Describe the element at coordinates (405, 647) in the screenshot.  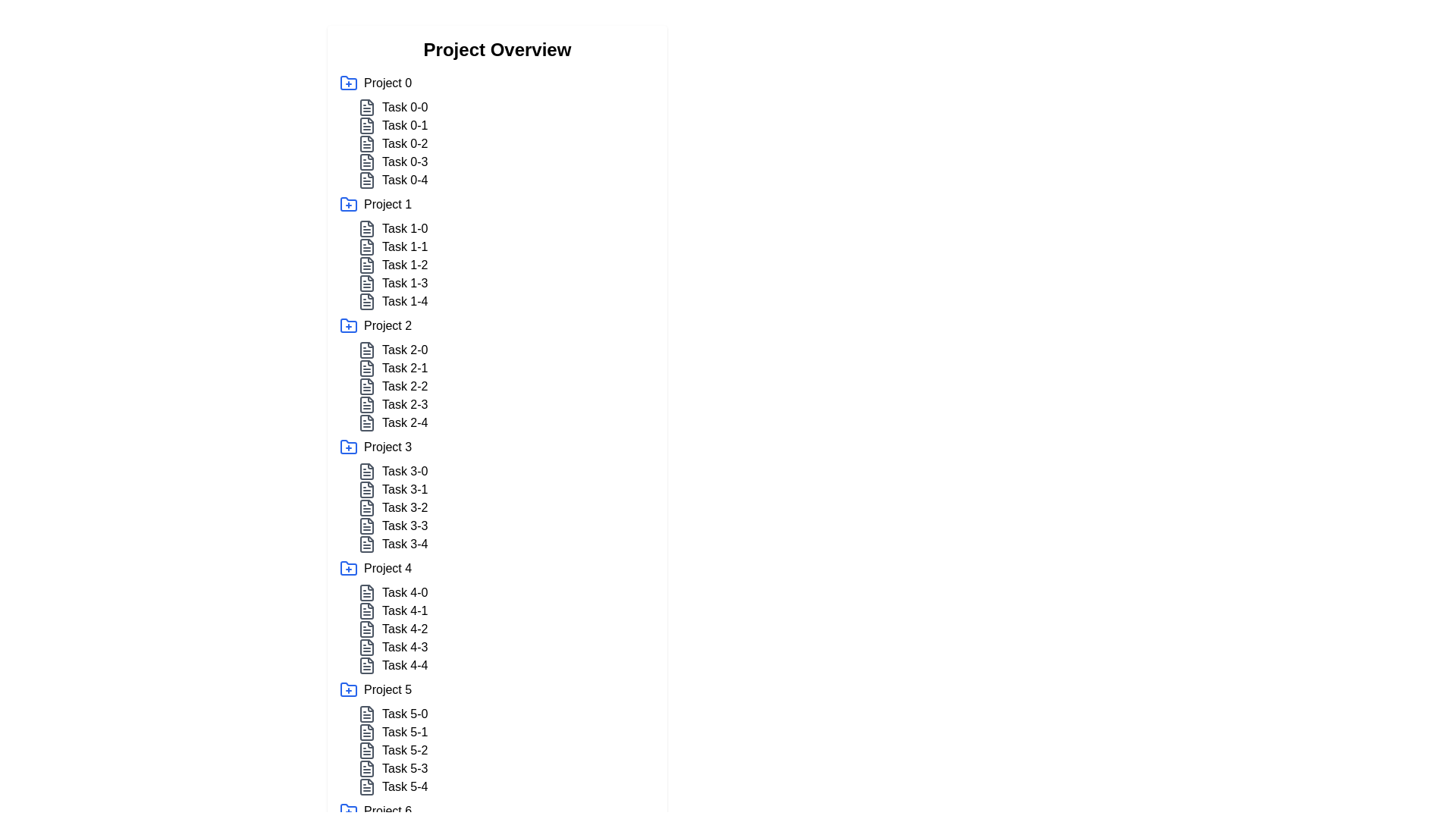
I see `the text label 'Task 4-3' which is styled in a clean sans-serif font and positioned inline to the right of a document icon, located in the fourth section of the project list under 'Project 4'` at that location.